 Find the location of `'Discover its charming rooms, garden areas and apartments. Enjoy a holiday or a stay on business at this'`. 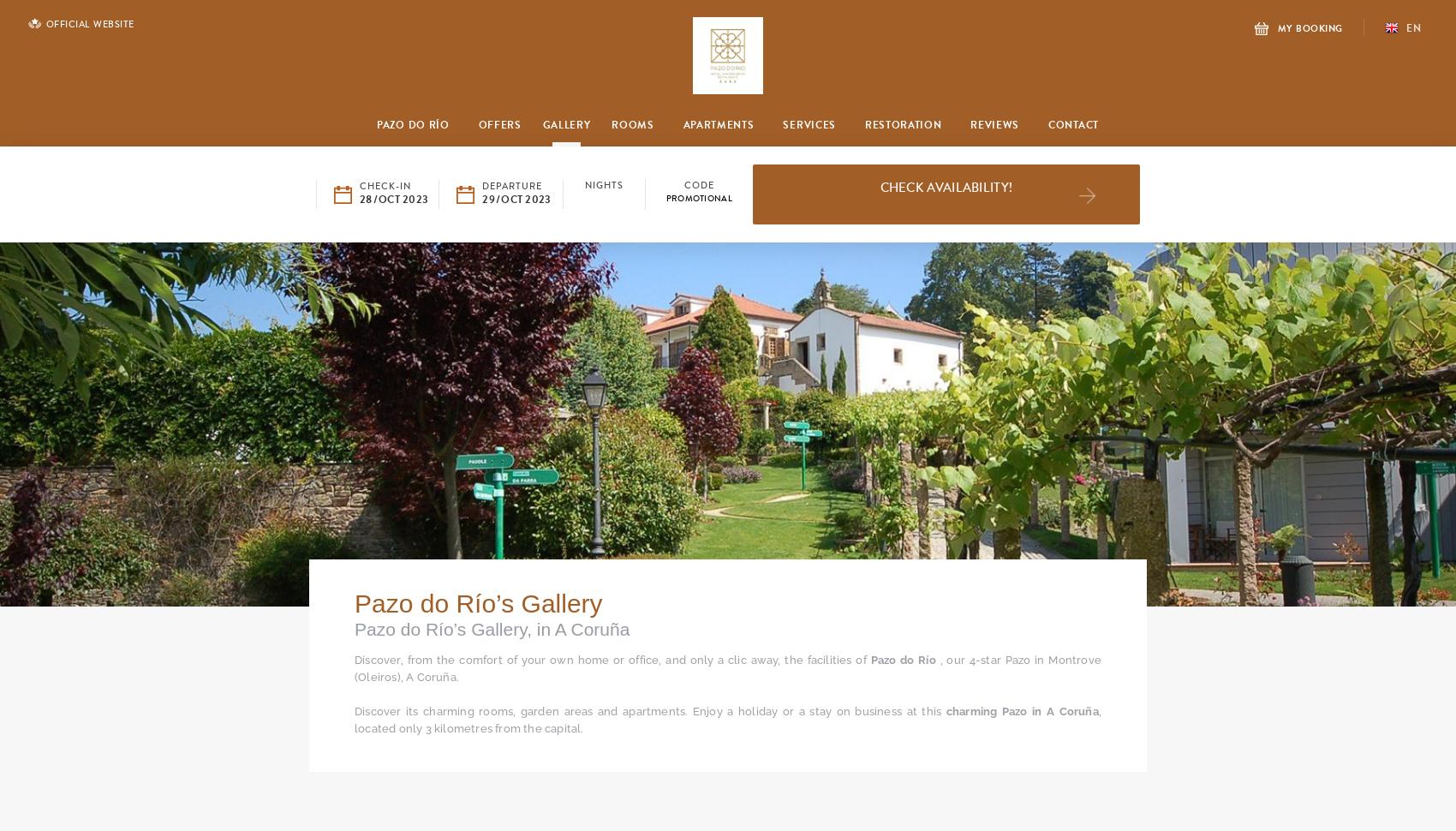

'Discover its charming rooms, garden areas and apartments. Enjoy a holiday or a stay on business at this' is located at coordinates (649, 710).